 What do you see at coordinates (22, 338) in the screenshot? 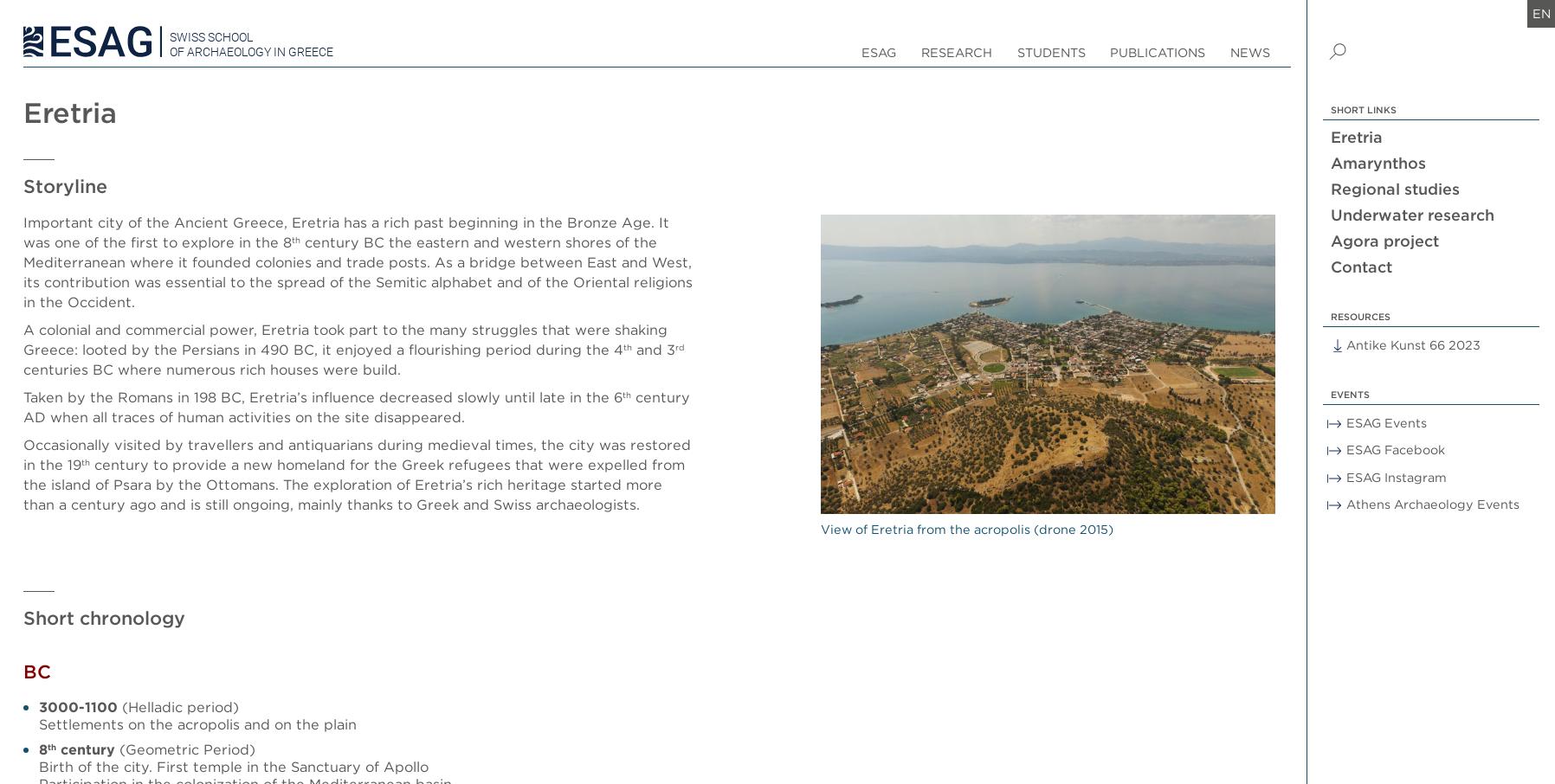
I see `'A colonial and commercial power, Eretria took part to the many struggles that were shaking Greece: looted by the Persians in 490 BC, it enjoyed a flourishing period during the 4'` at bounding box center [22, 338].